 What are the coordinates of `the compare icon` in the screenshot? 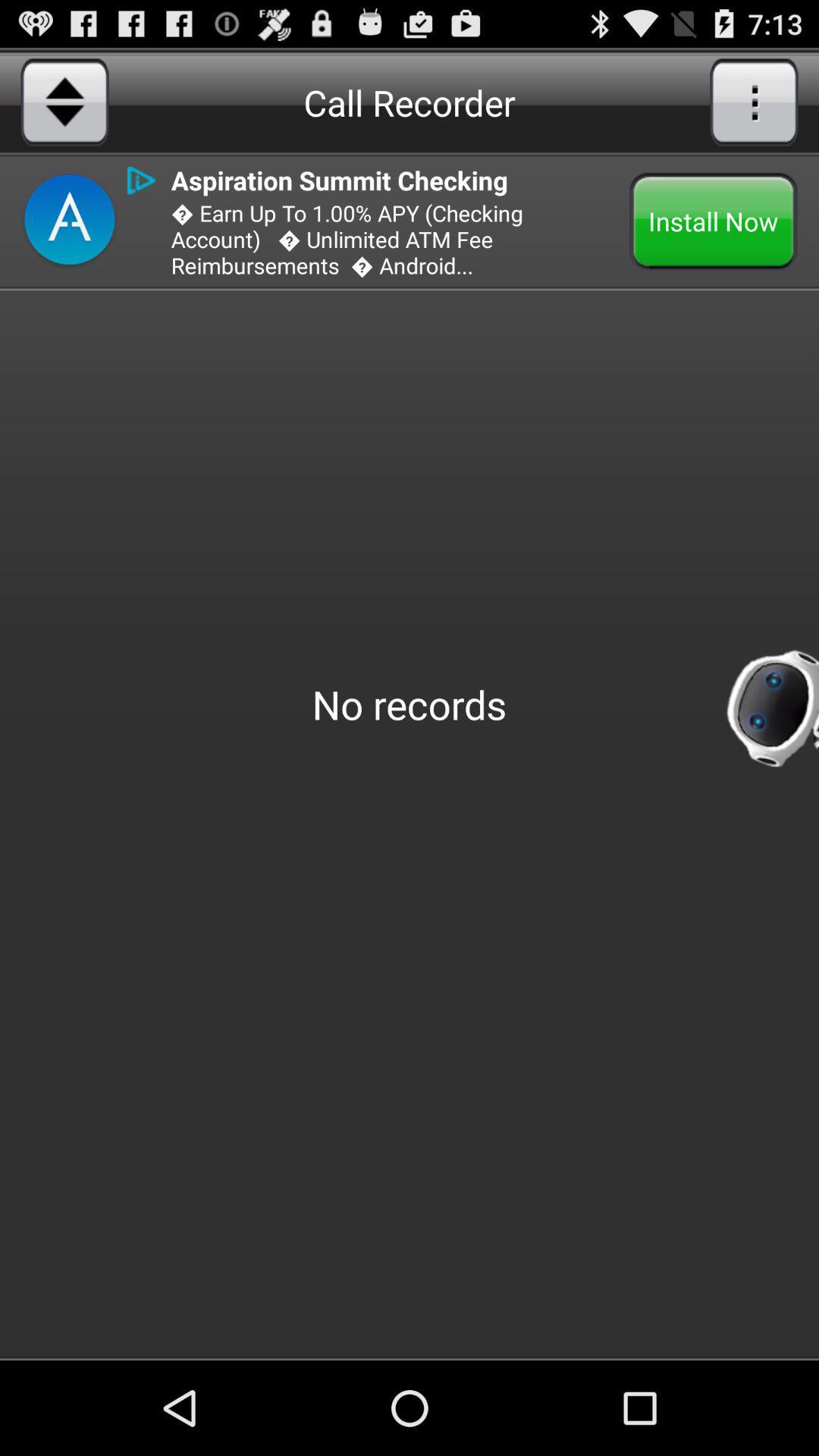 It's located at (64, 108).